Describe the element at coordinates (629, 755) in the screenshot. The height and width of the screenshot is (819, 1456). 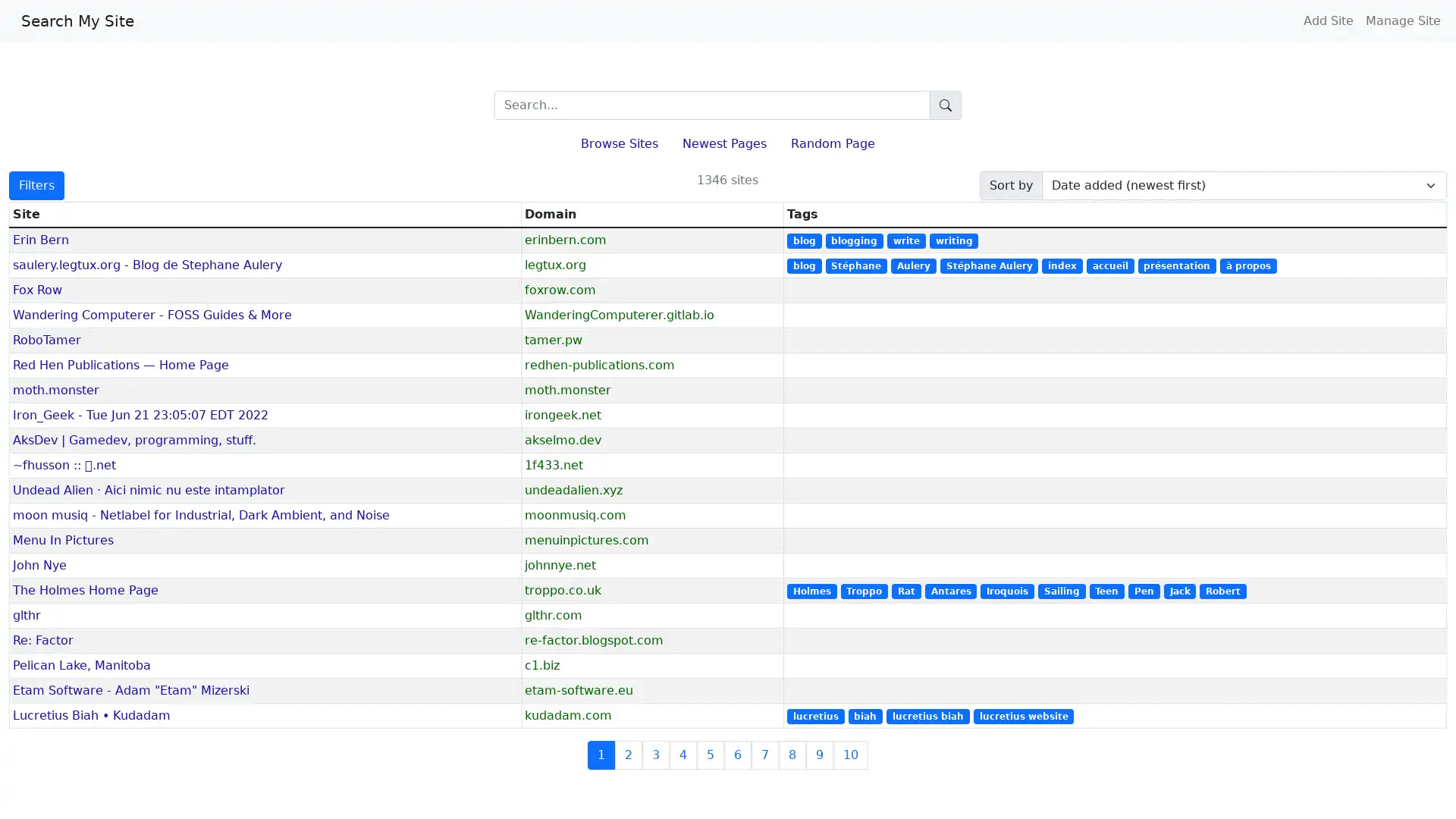
I see `2` at that location.